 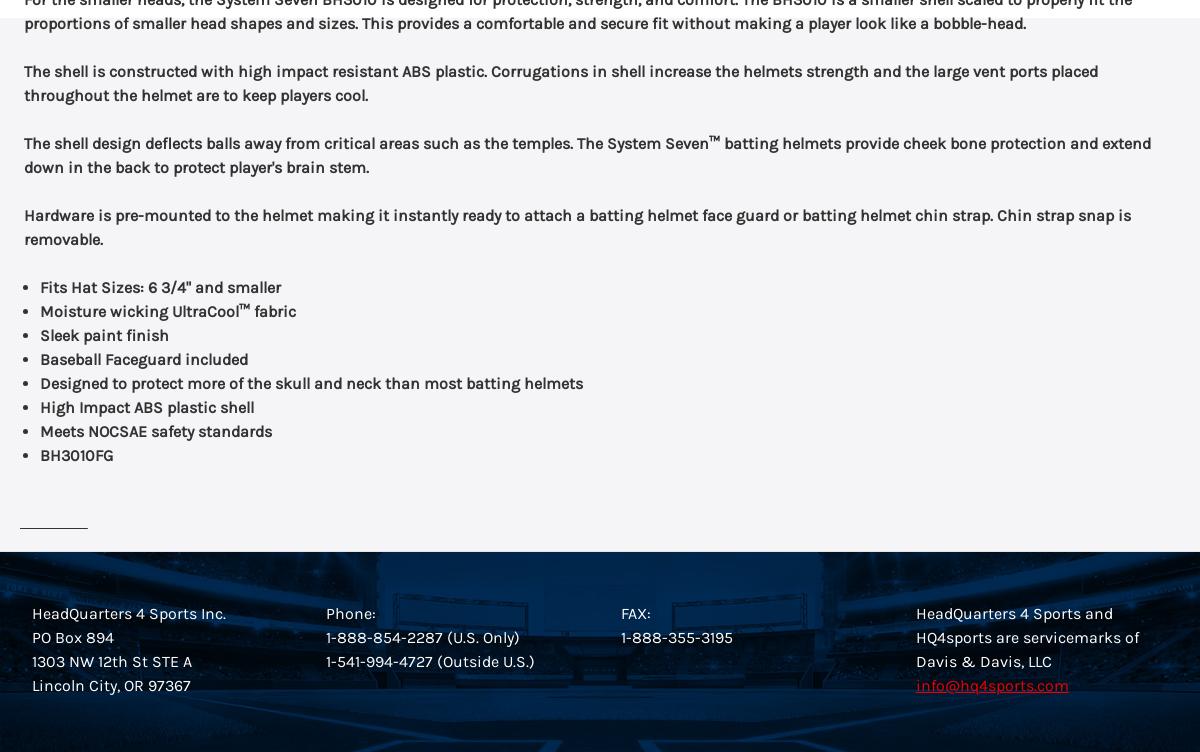 What do you see at coordinates (30, 684) in the screenshot?
I see `'Lincoln City, OR 97367'` at bounding box center [30, 684].